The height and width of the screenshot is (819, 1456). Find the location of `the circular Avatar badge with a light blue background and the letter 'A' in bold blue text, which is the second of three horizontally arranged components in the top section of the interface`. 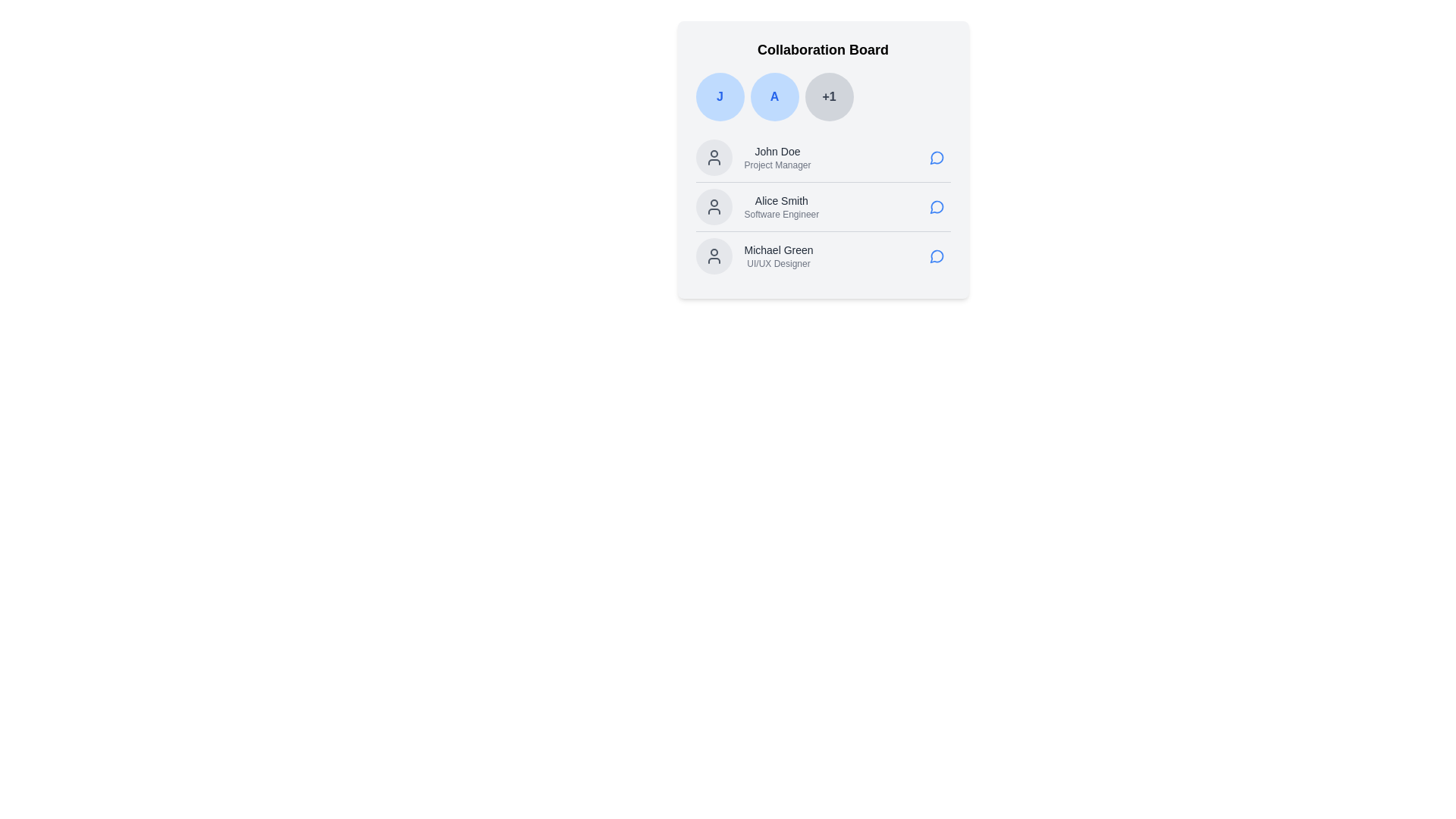

the circular Avatar badge with a light blue background and the letter 'A' in bold blue text, which is the second of three horizontally arranged components in the top section of the interface is located at coordinates (774, 96).